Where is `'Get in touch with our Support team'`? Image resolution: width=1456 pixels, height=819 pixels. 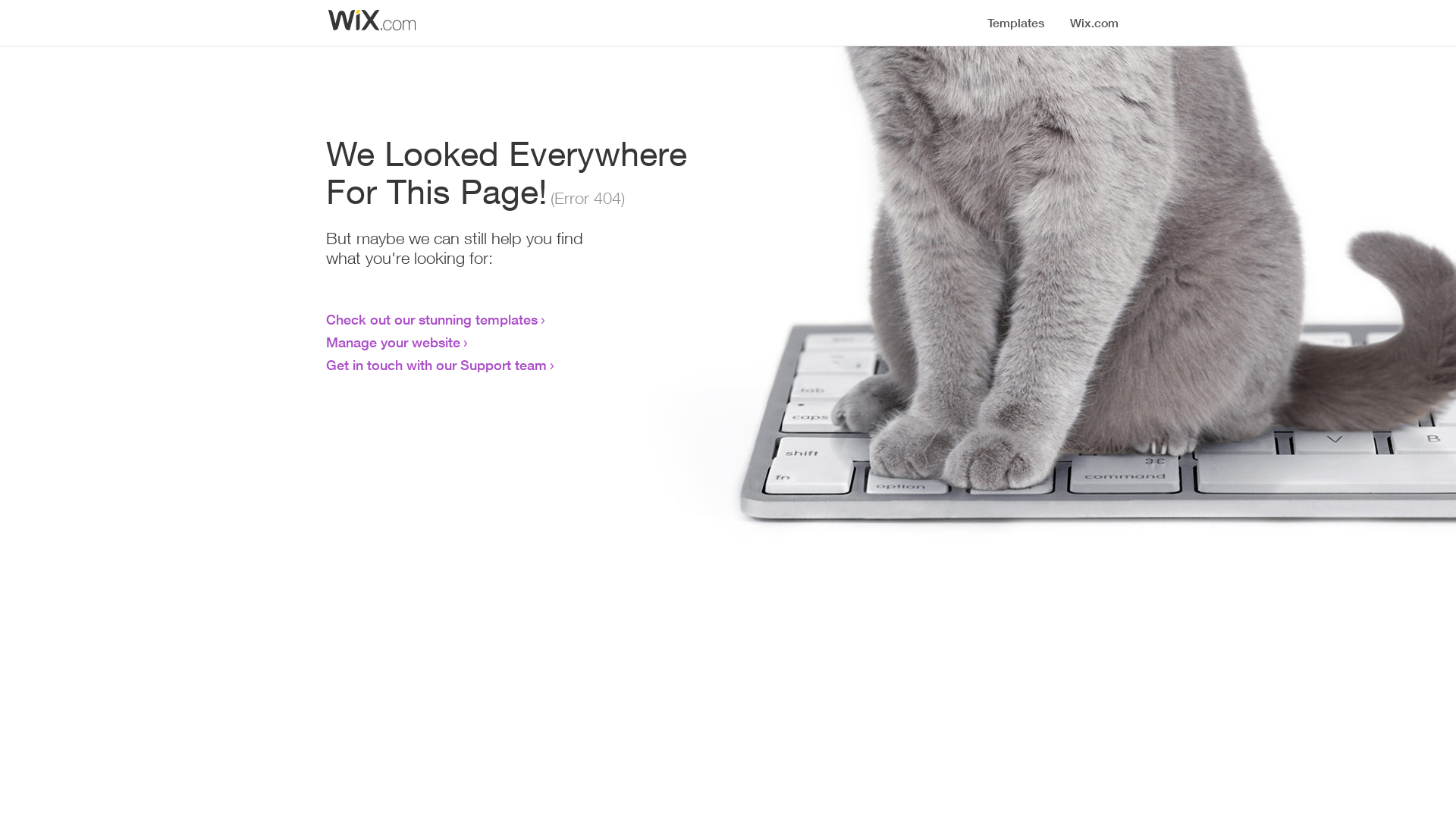
'Get in touch with our Support team' is located at coordinates (325, 365).